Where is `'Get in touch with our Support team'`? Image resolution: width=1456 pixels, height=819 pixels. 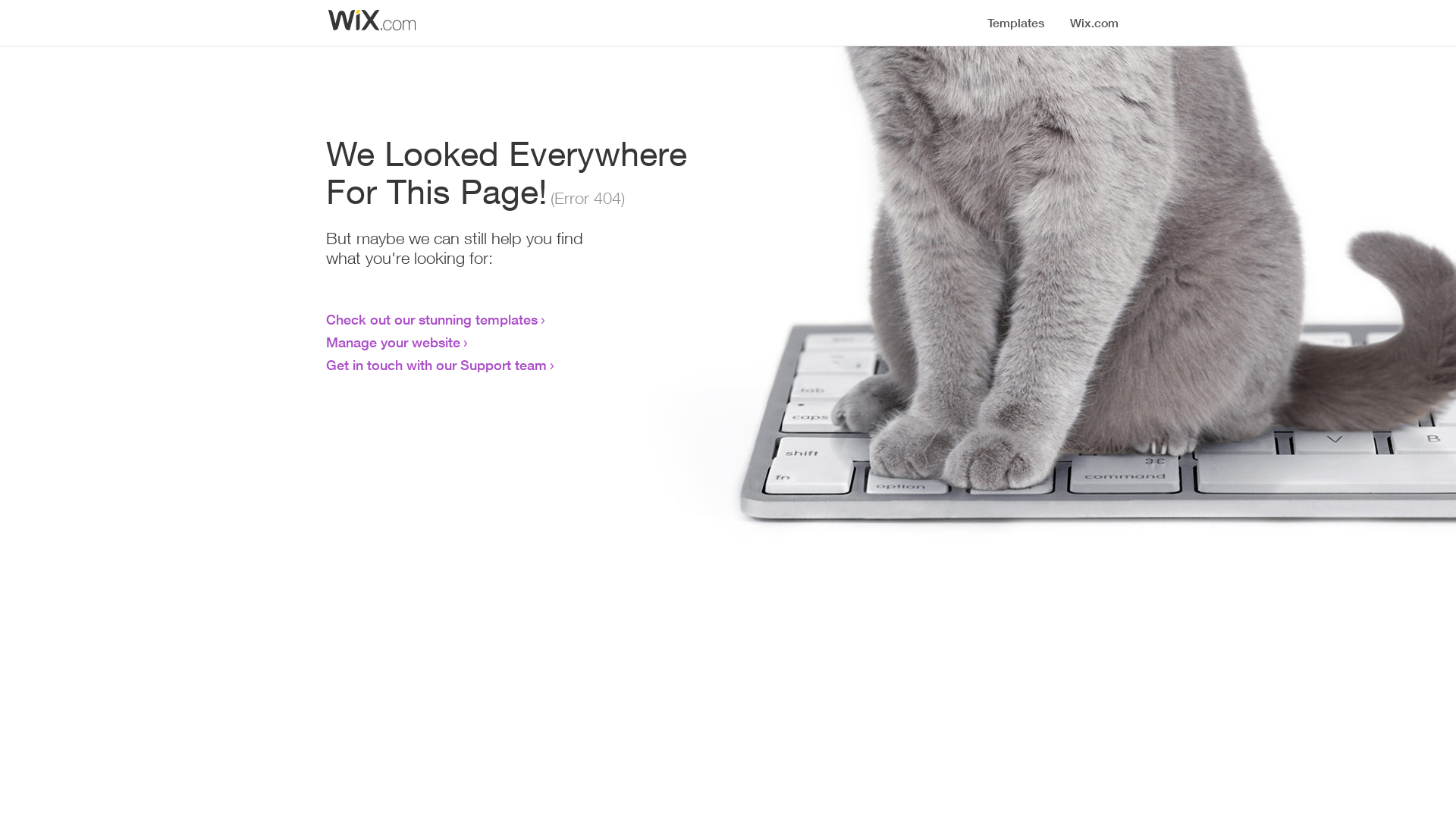
'Get in touch with our Support team' is located at coordinates (325, 365).